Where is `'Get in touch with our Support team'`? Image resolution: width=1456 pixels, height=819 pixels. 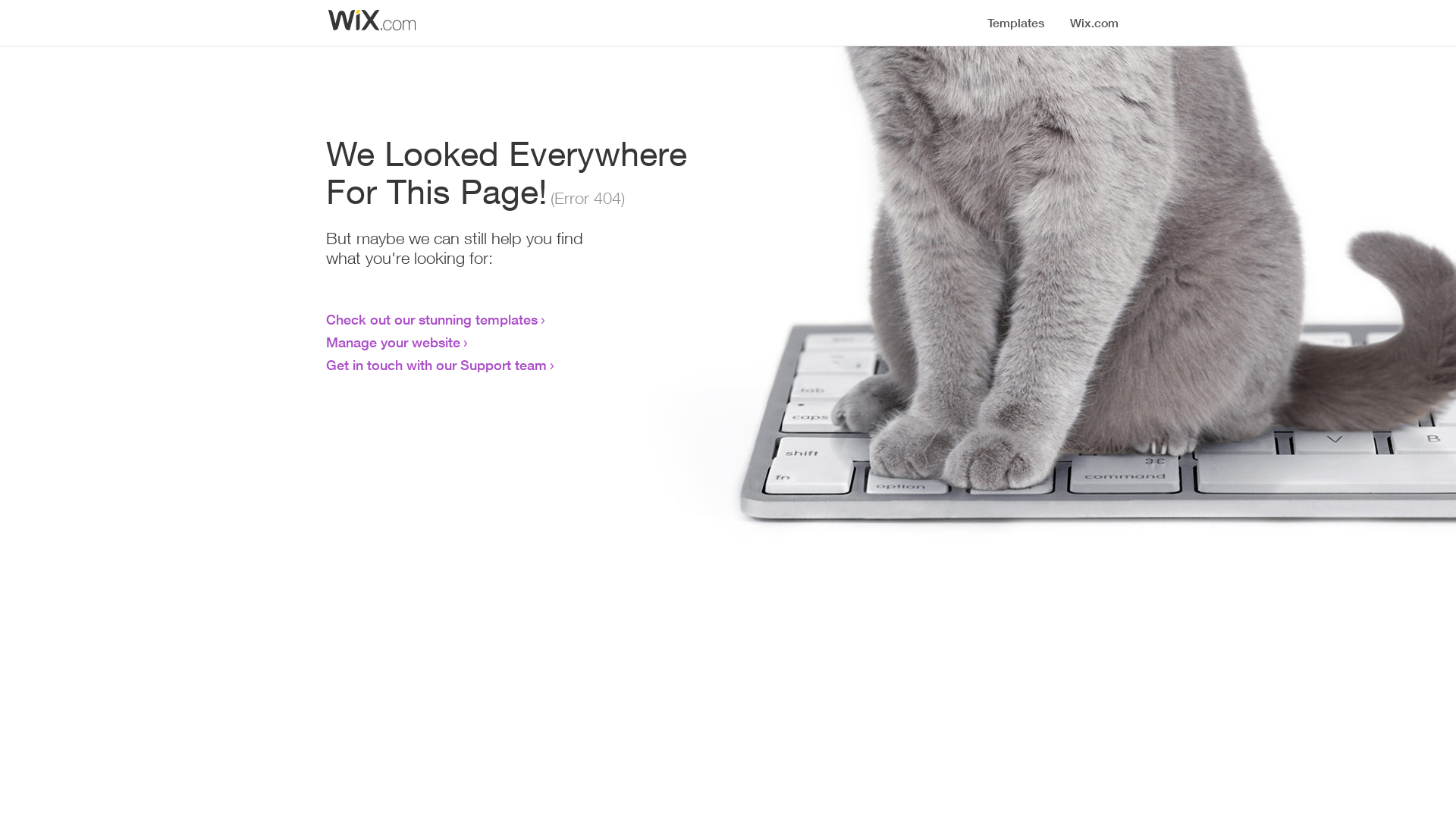
'Get in touch with our Support team' is located at coordinates (325, 365).